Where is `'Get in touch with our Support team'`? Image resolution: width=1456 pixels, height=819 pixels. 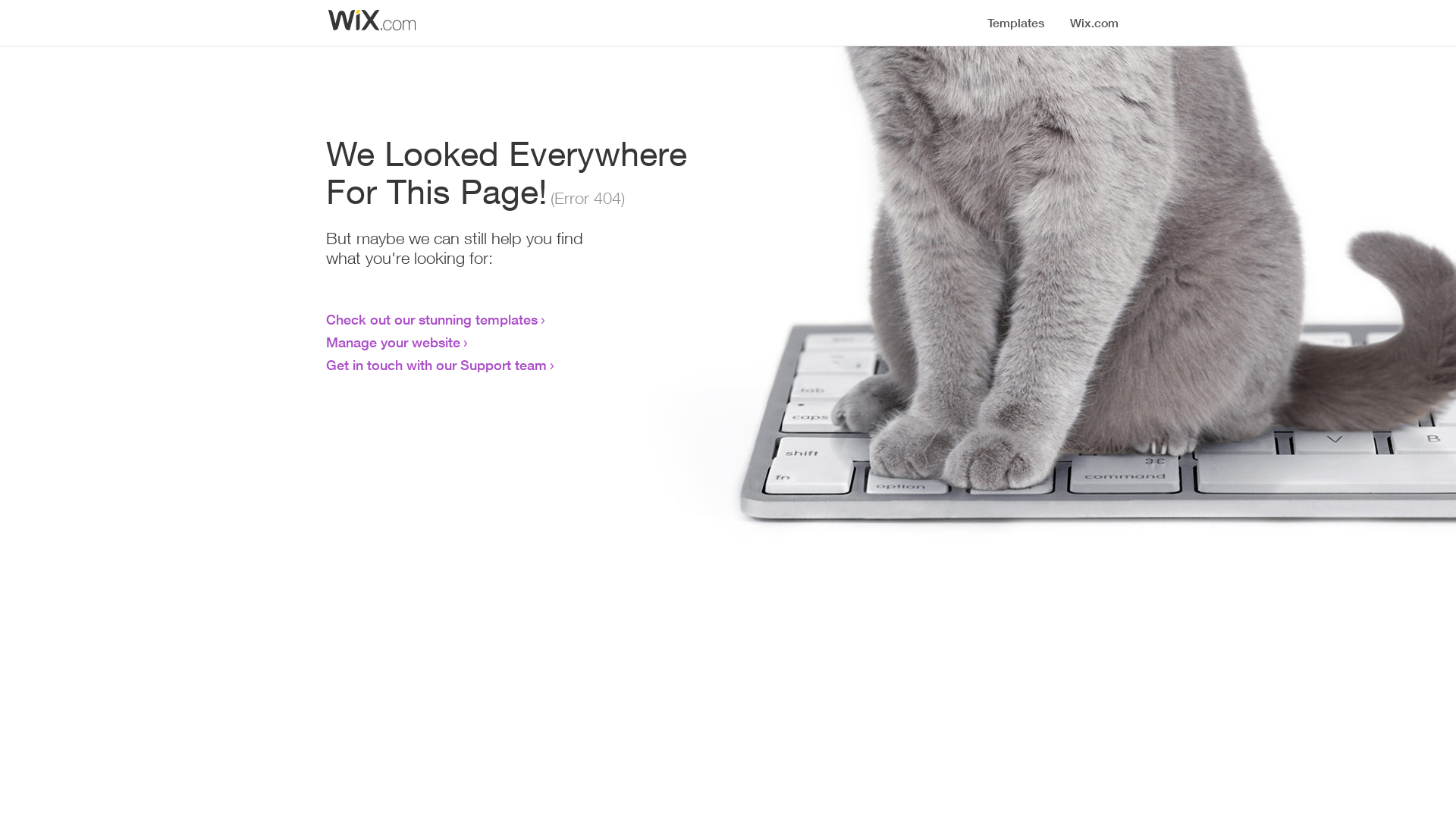
'Get in touch with our Support team' is located at coordinates (325, 365).